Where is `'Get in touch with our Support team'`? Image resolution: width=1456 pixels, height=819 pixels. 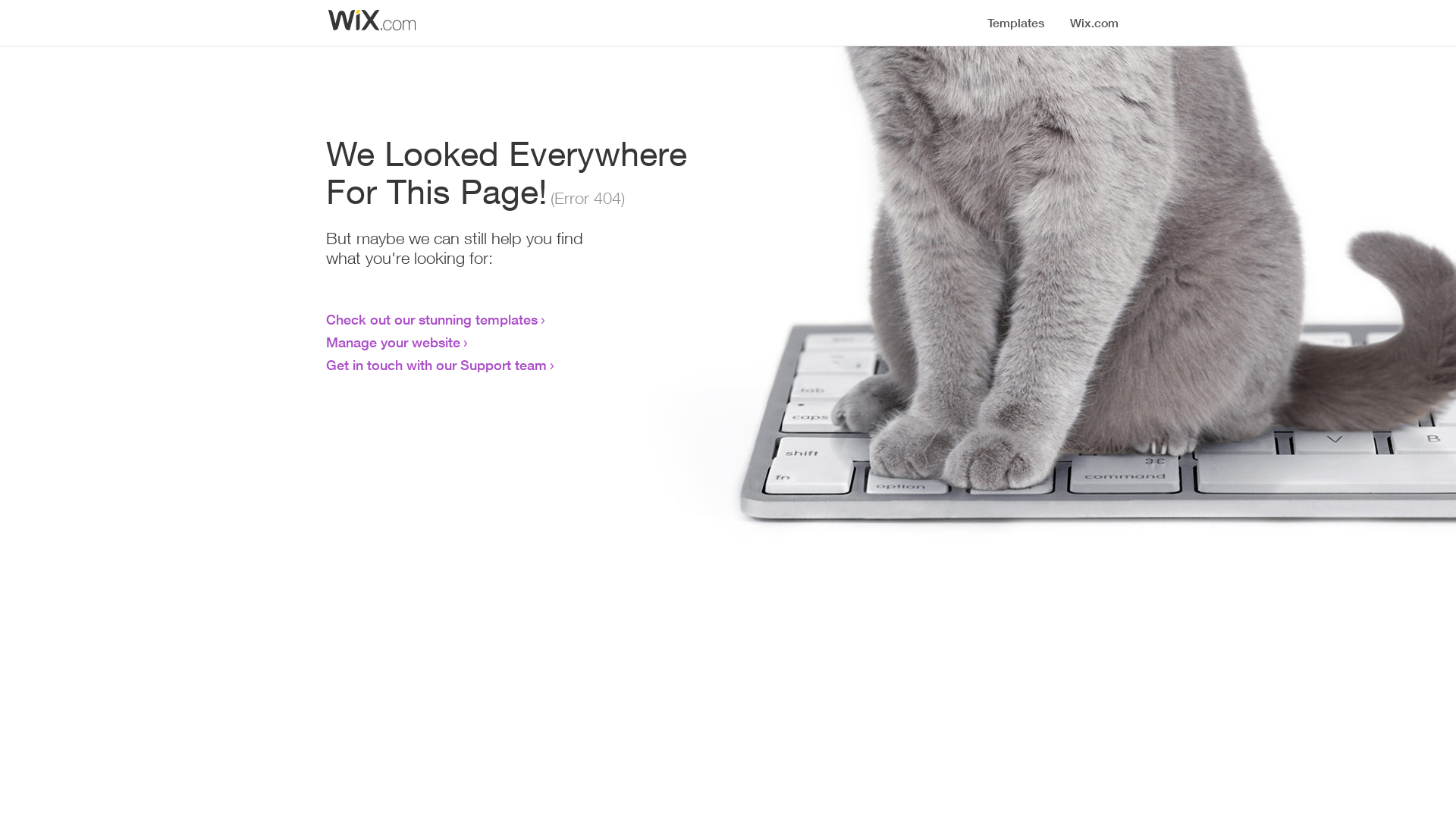
'Get in touch with our Support team' is located at coordinates (325, 365).